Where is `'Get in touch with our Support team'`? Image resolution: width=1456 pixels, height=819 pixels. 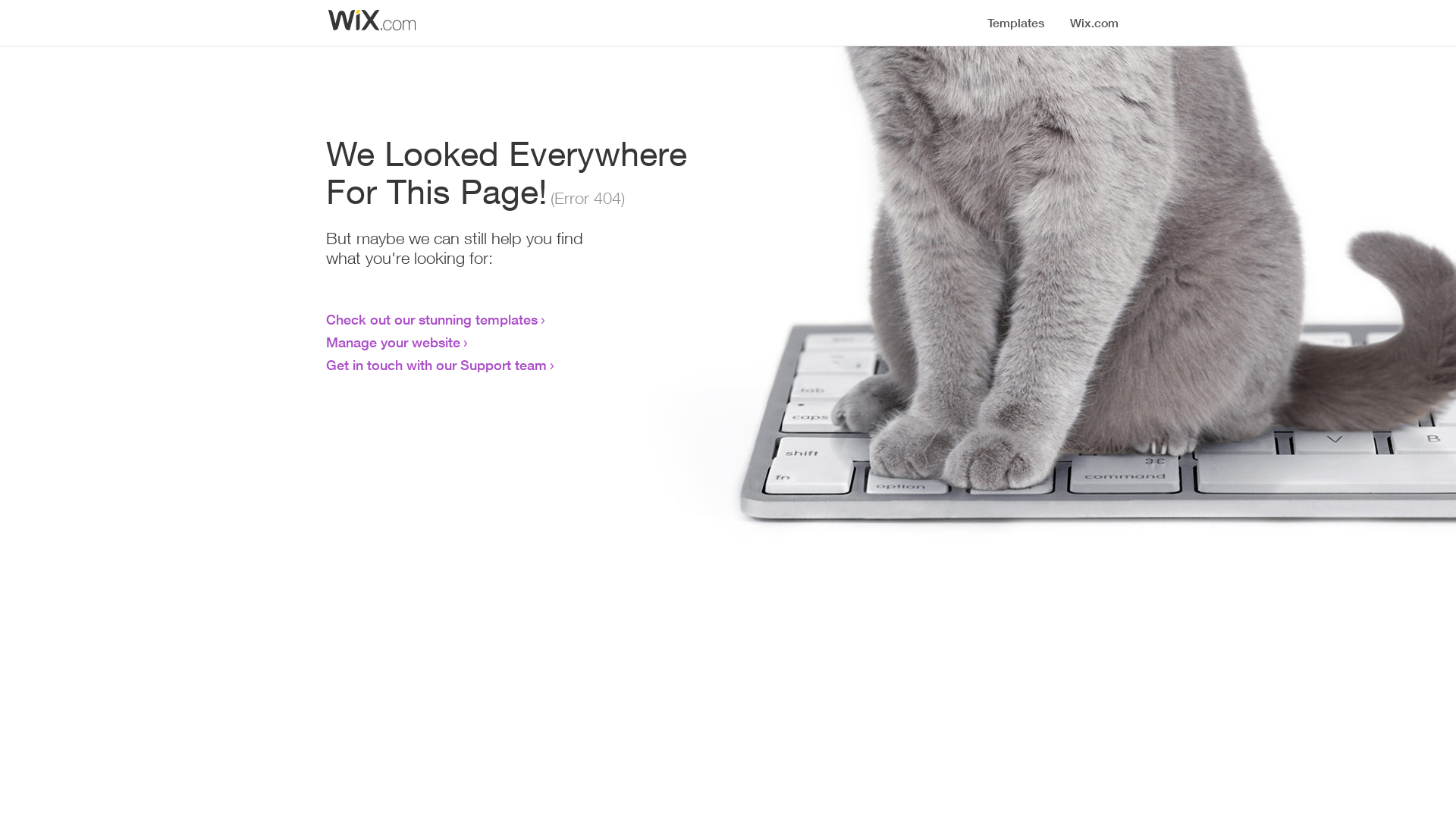
'Get in touch with our Support team' is located at coordinates (325, 365).